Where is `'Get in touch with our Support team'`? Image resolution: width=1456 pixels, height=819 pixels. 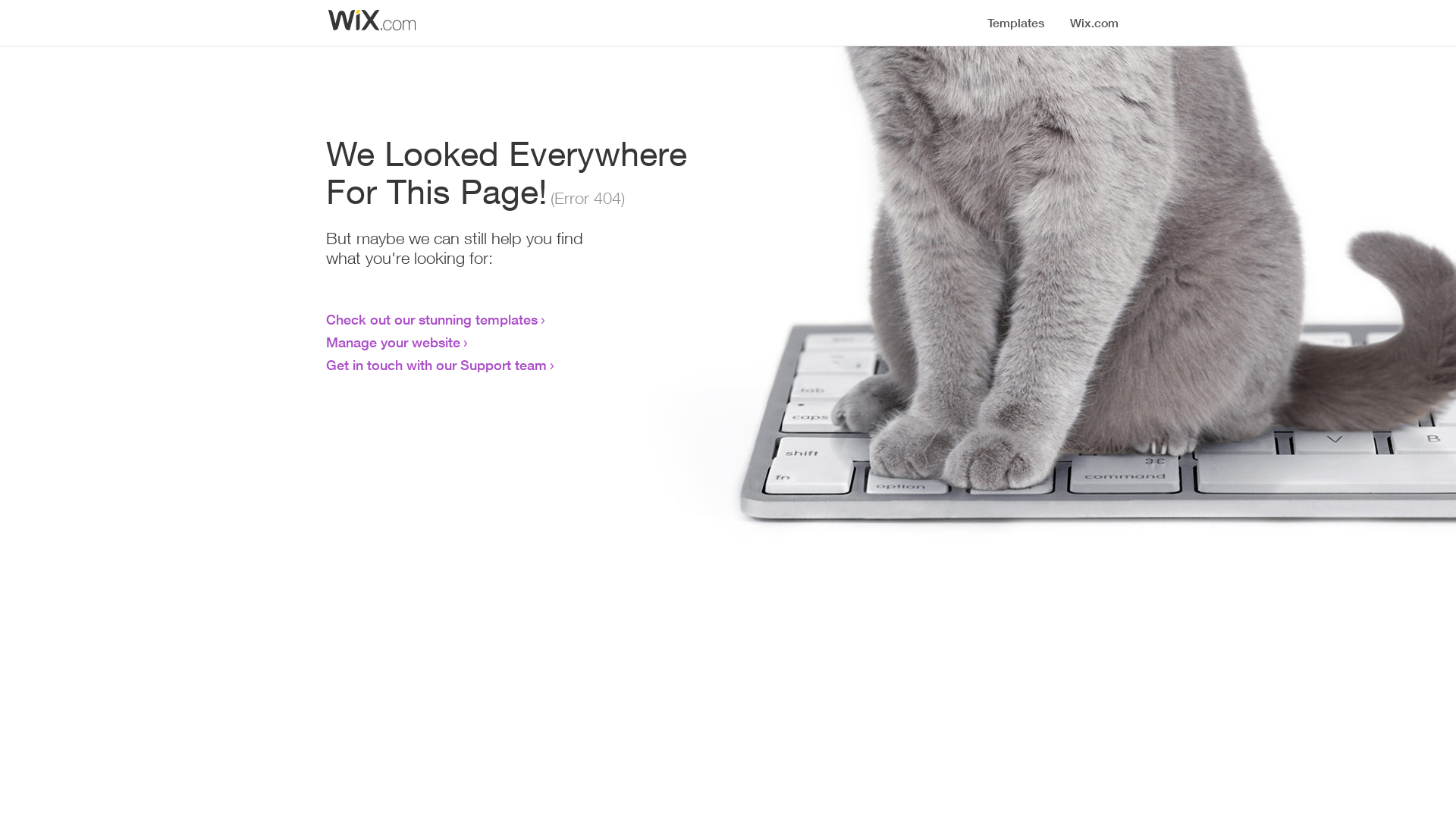
'Get in touch with our Support team' is located at coordinates (325, 365).